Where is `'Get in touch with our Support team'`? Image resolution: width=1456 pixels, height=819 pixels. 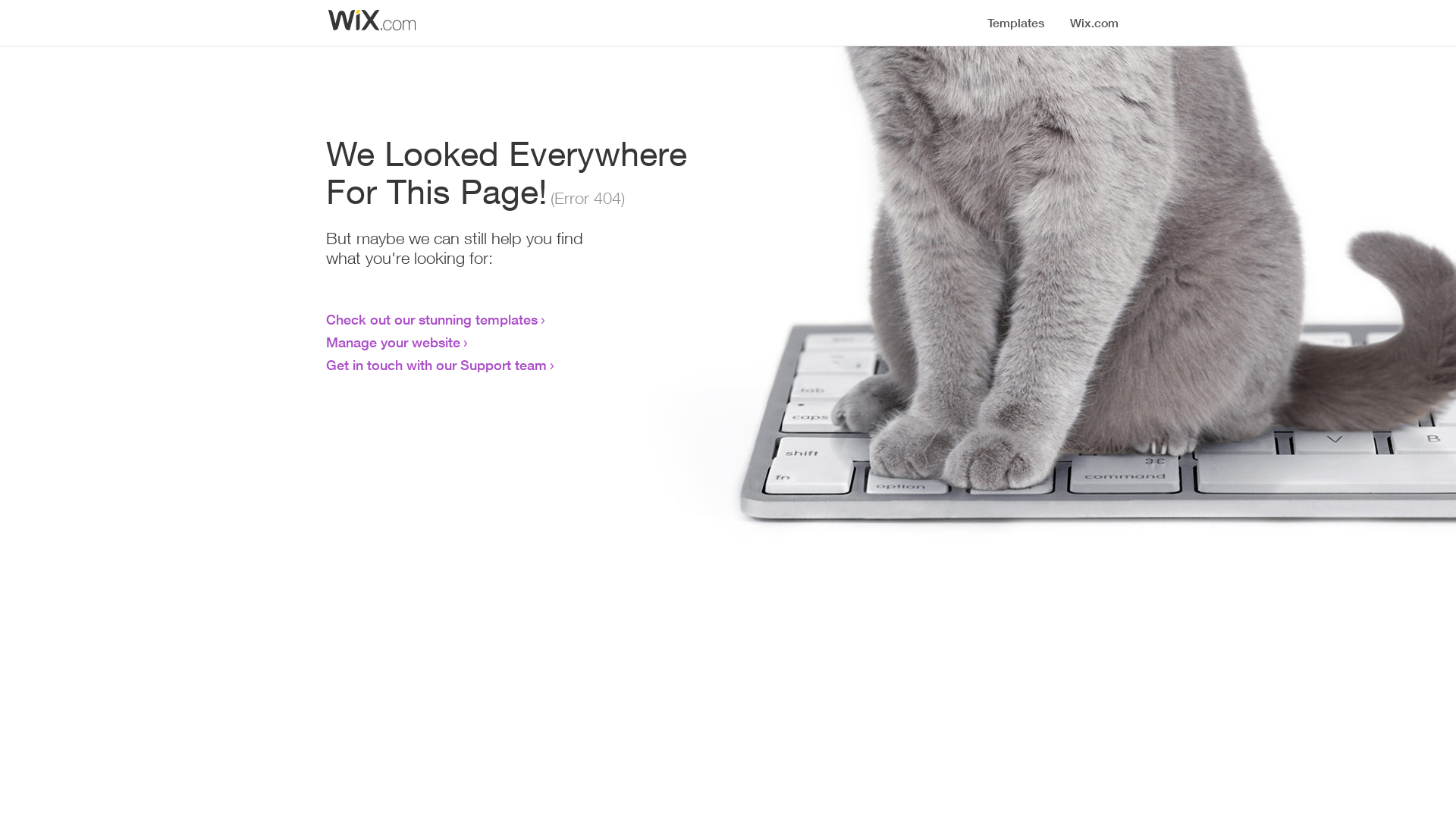
'Get in touch with our Support team' is located at coordinates (325, 365).